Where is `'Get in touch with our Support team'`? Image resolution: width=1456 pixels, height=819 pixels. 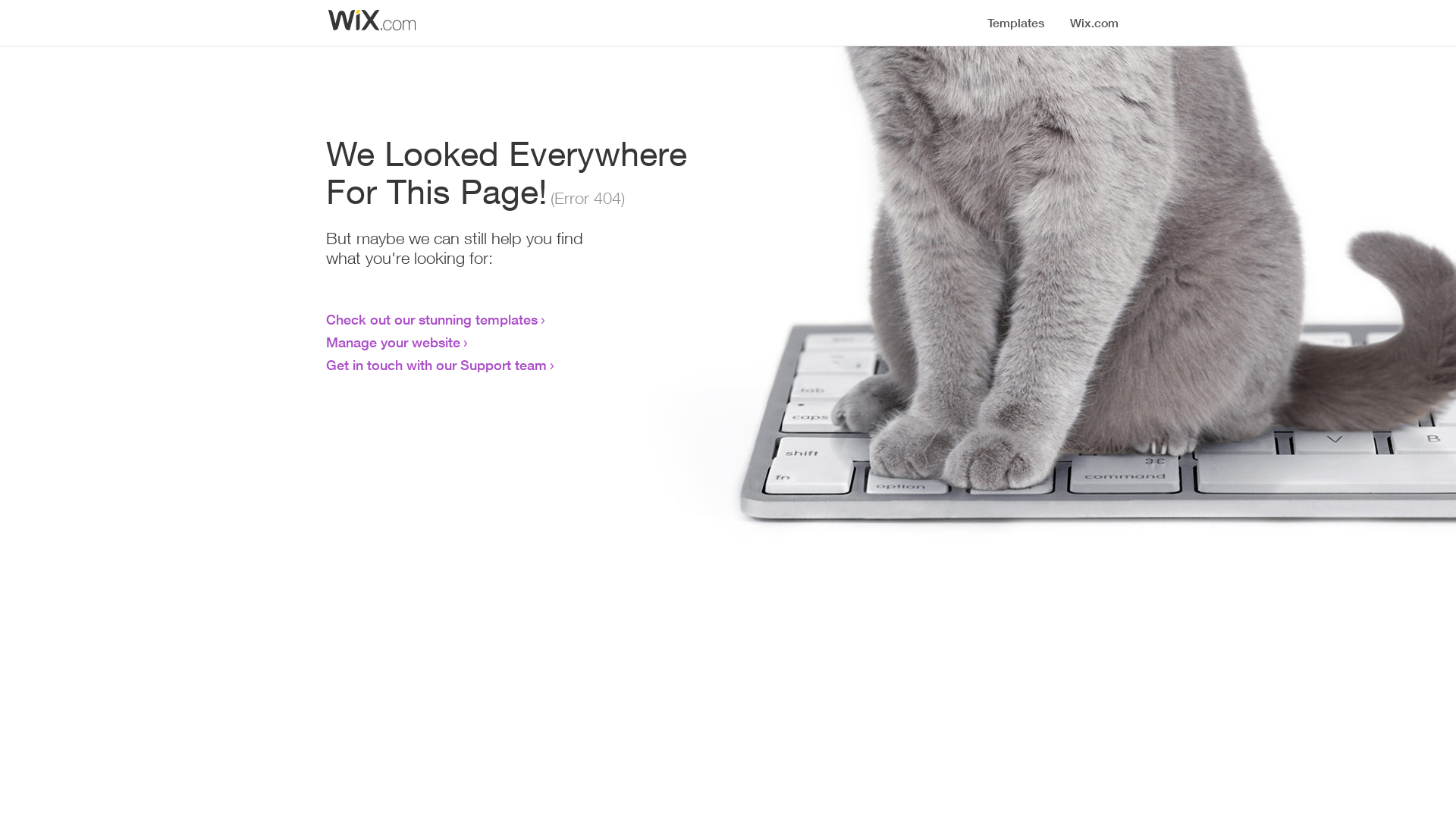
'Get in touch with our Support team' is located at coordinates (325, 365).